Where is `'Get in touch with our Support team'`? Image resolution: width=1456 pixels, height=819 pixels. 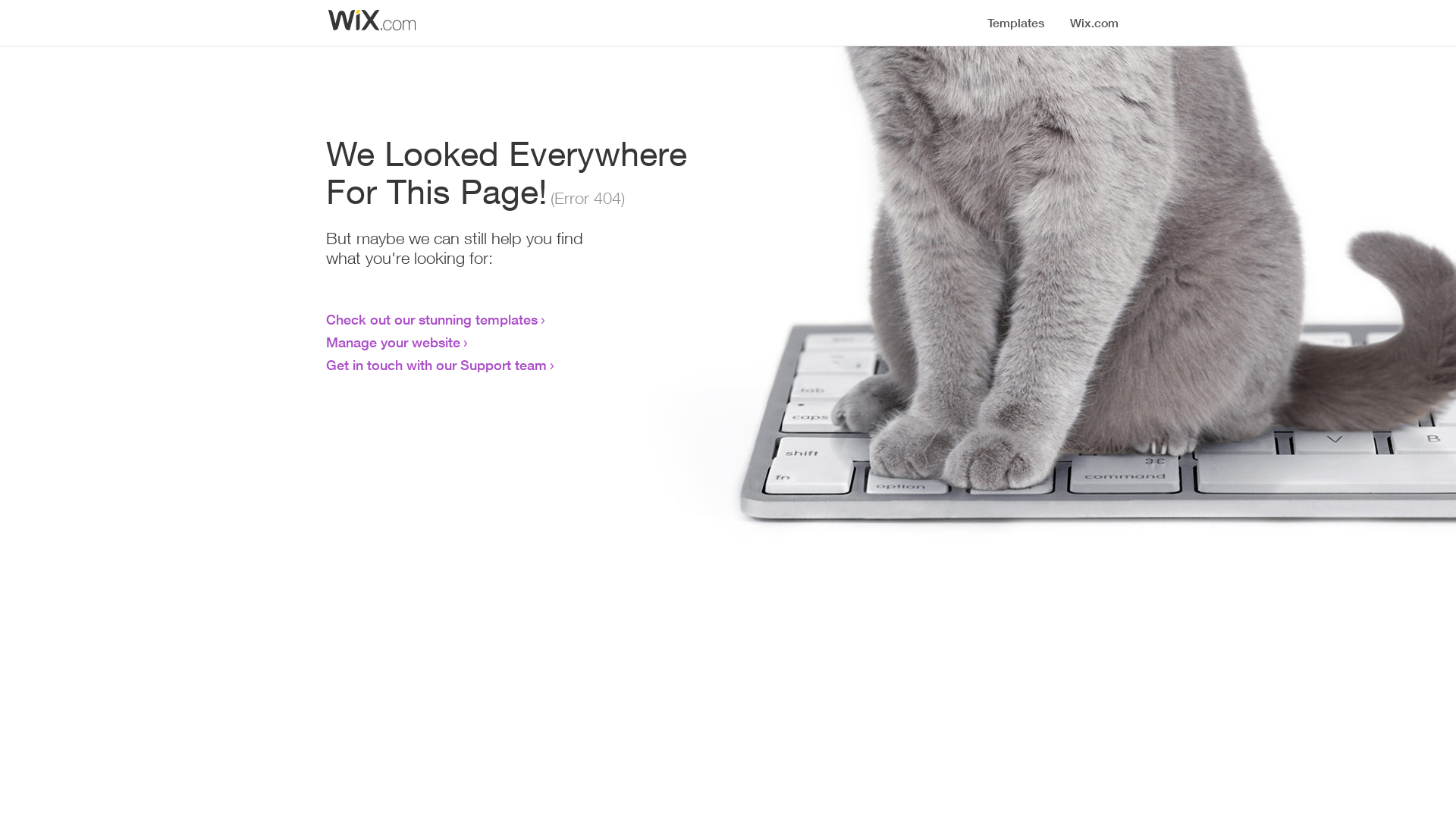
'Get in touch with our Support team' is located at coordinates (325, 365).